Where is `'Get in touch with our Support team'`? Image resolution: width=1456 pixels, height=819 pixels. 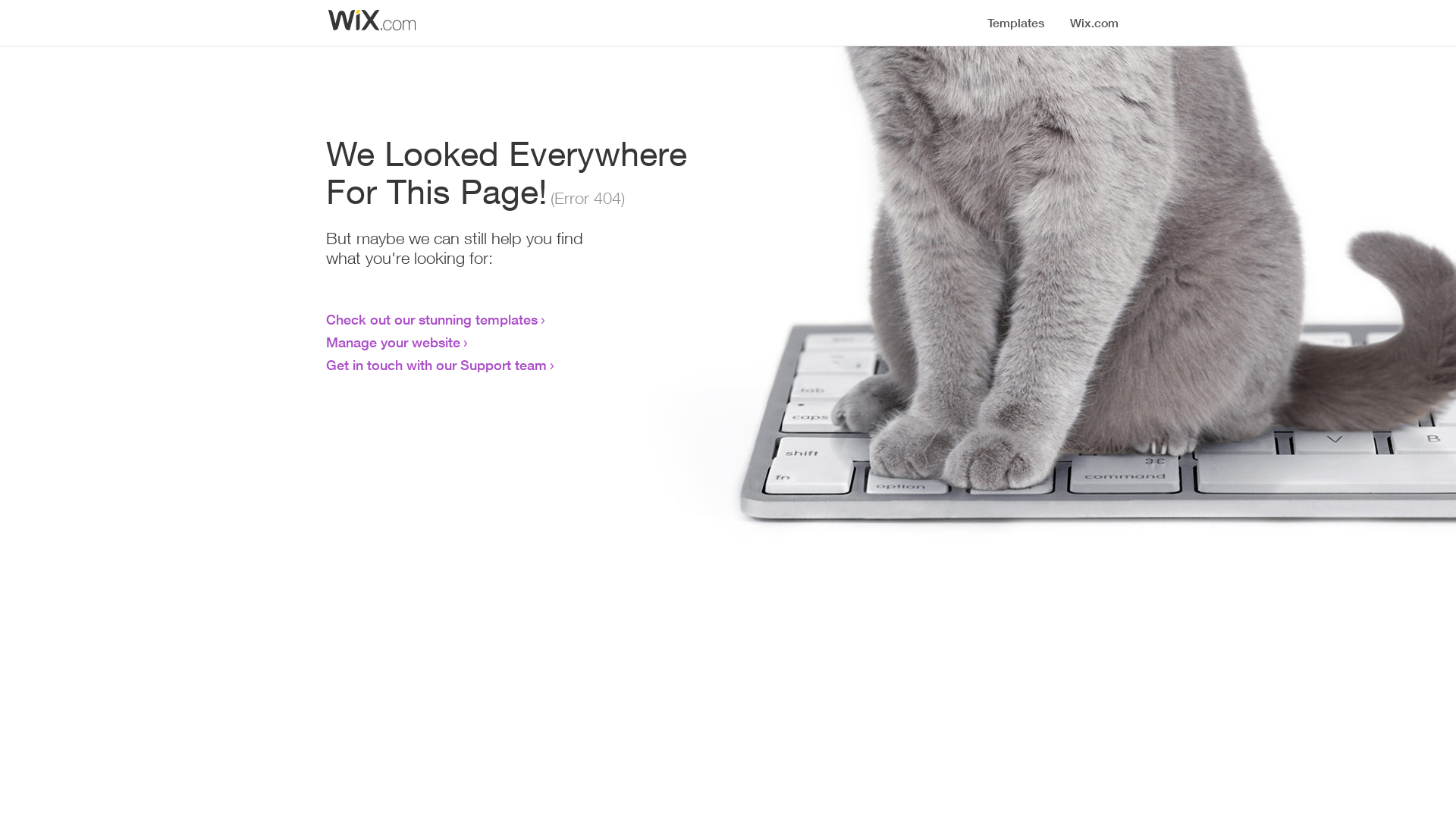
'Get in touch with our Support team' is located at coordinates (325, 365).